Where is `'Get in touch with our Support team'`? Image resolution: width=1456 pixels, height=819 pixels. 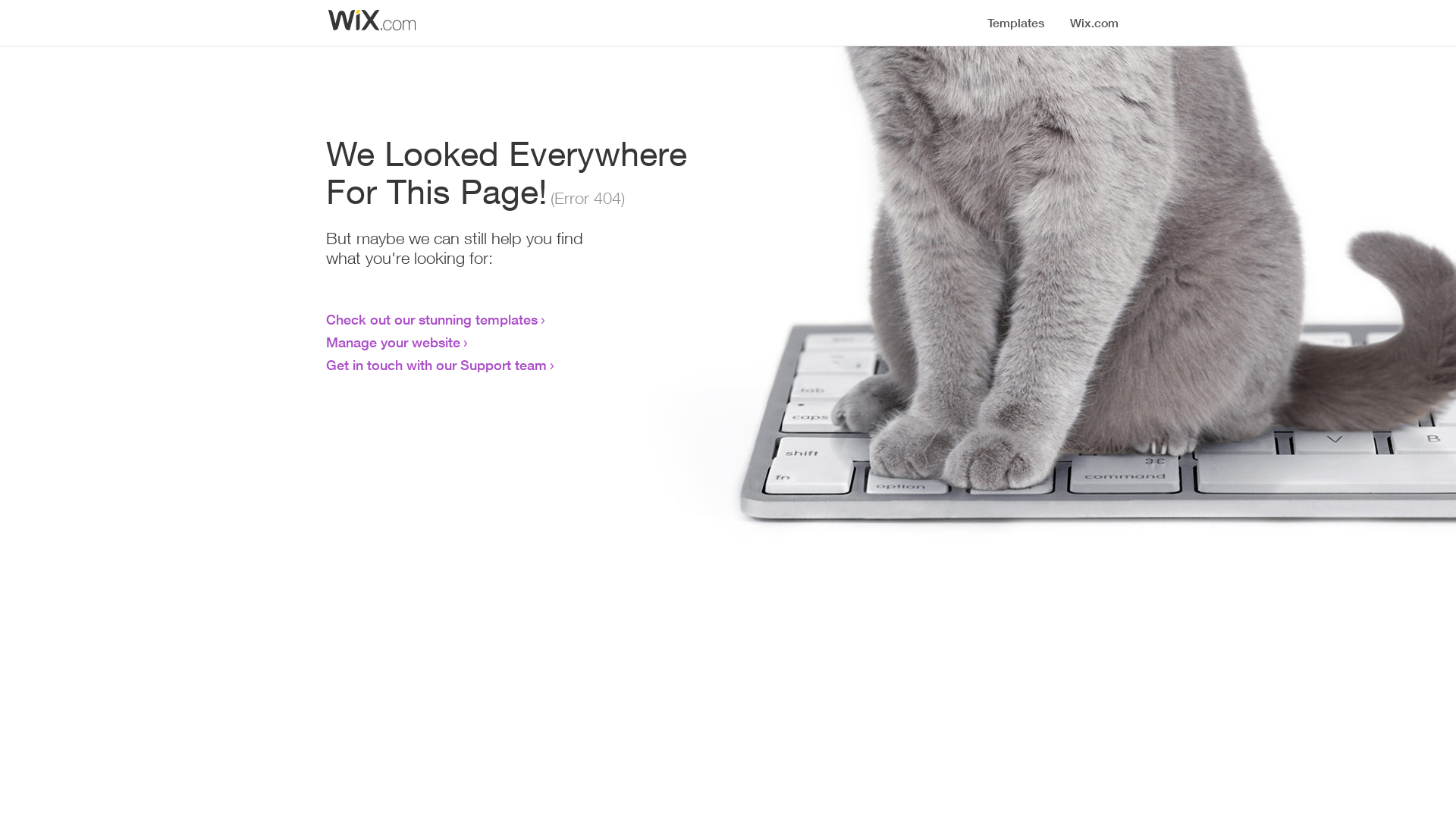
'Get in touch with our Support team' is located at coordinates (325, 365).